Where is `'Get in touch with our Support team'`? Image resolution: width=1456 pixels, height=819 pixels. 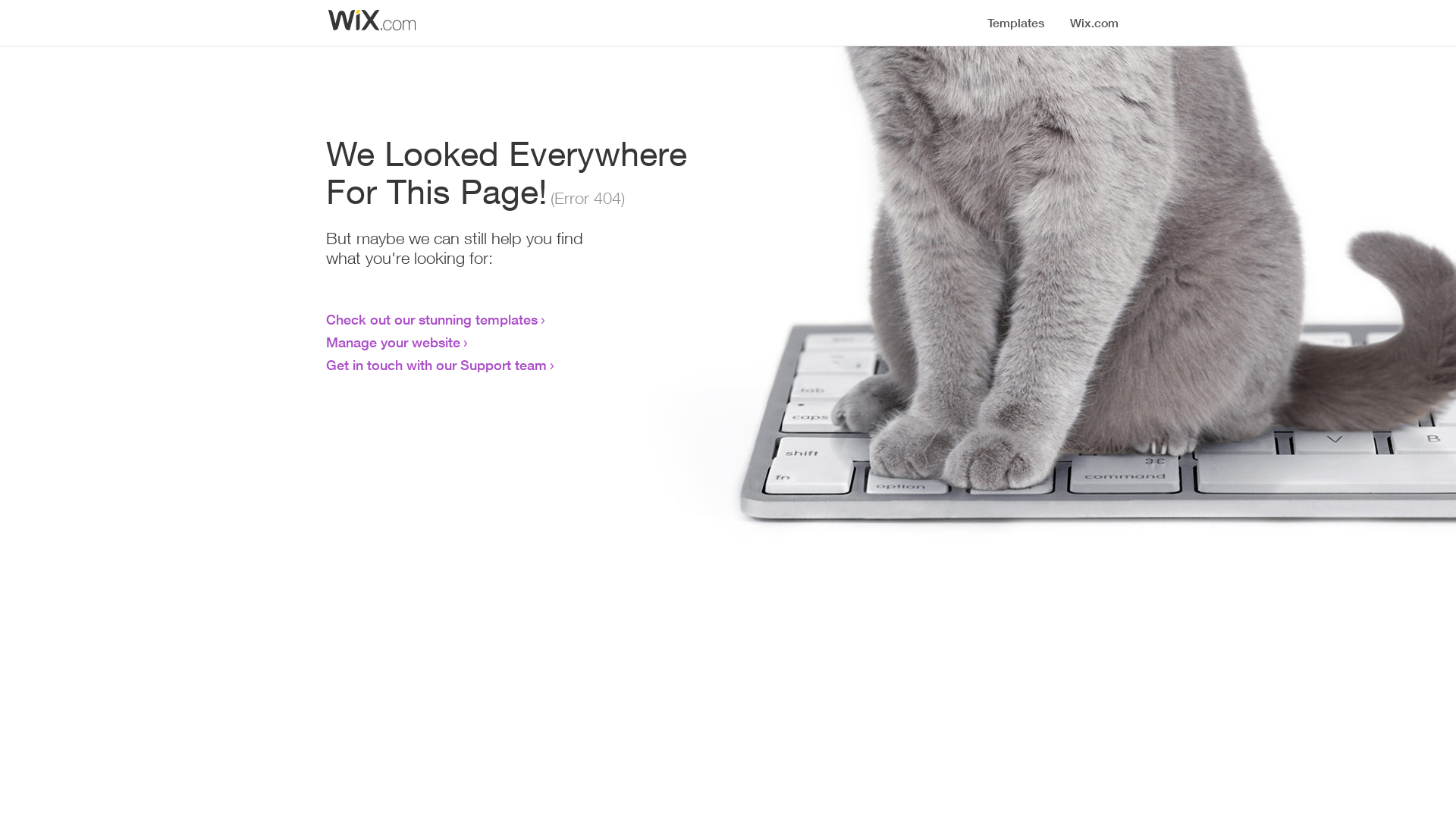
'Get in touch with our Support team' is located at coordinates (325, 365).